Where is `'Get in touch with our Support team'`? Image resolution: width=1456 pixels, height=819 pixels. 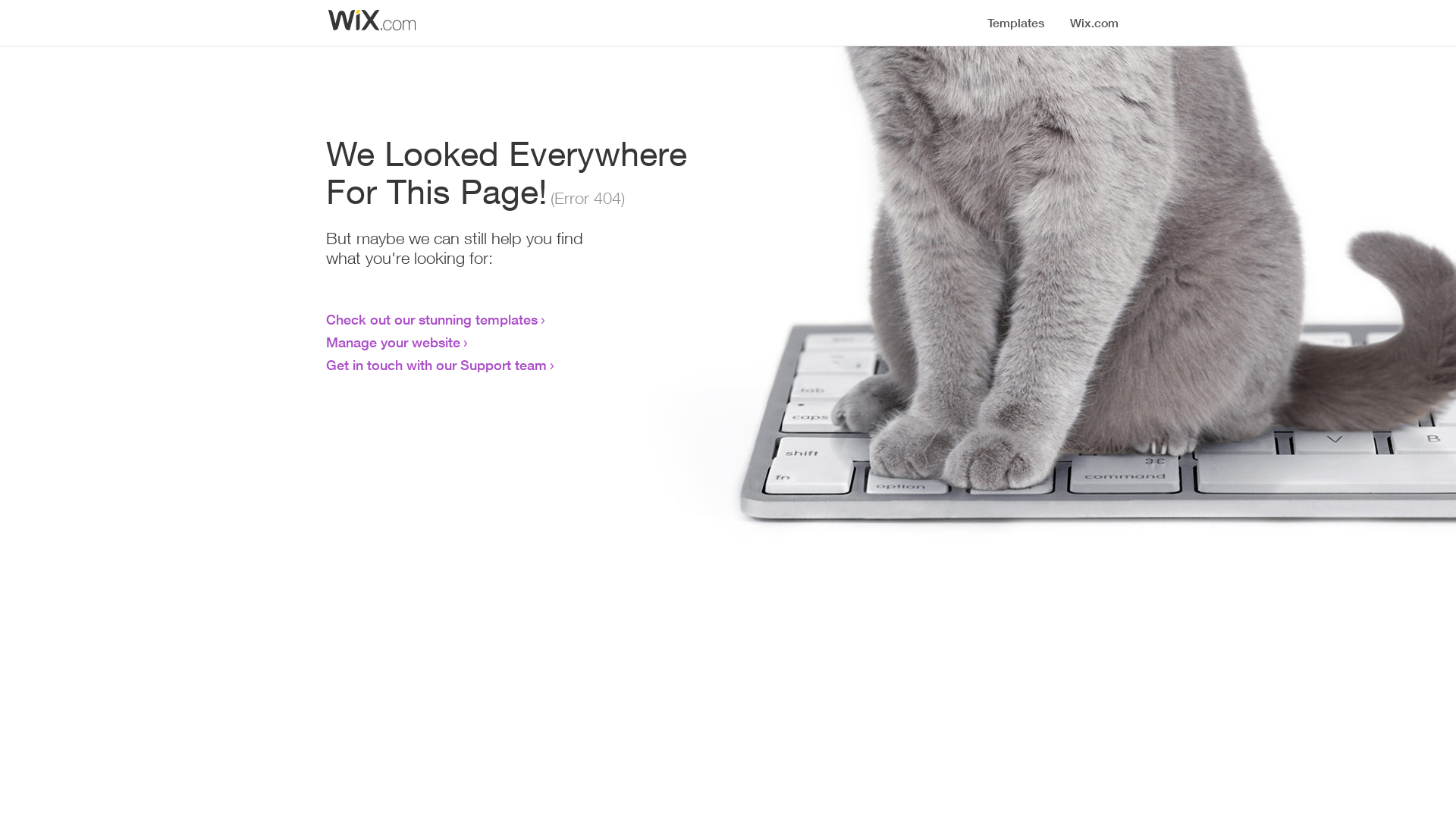
'Get in touch with our Support team' is located at coordinates (325, 365).